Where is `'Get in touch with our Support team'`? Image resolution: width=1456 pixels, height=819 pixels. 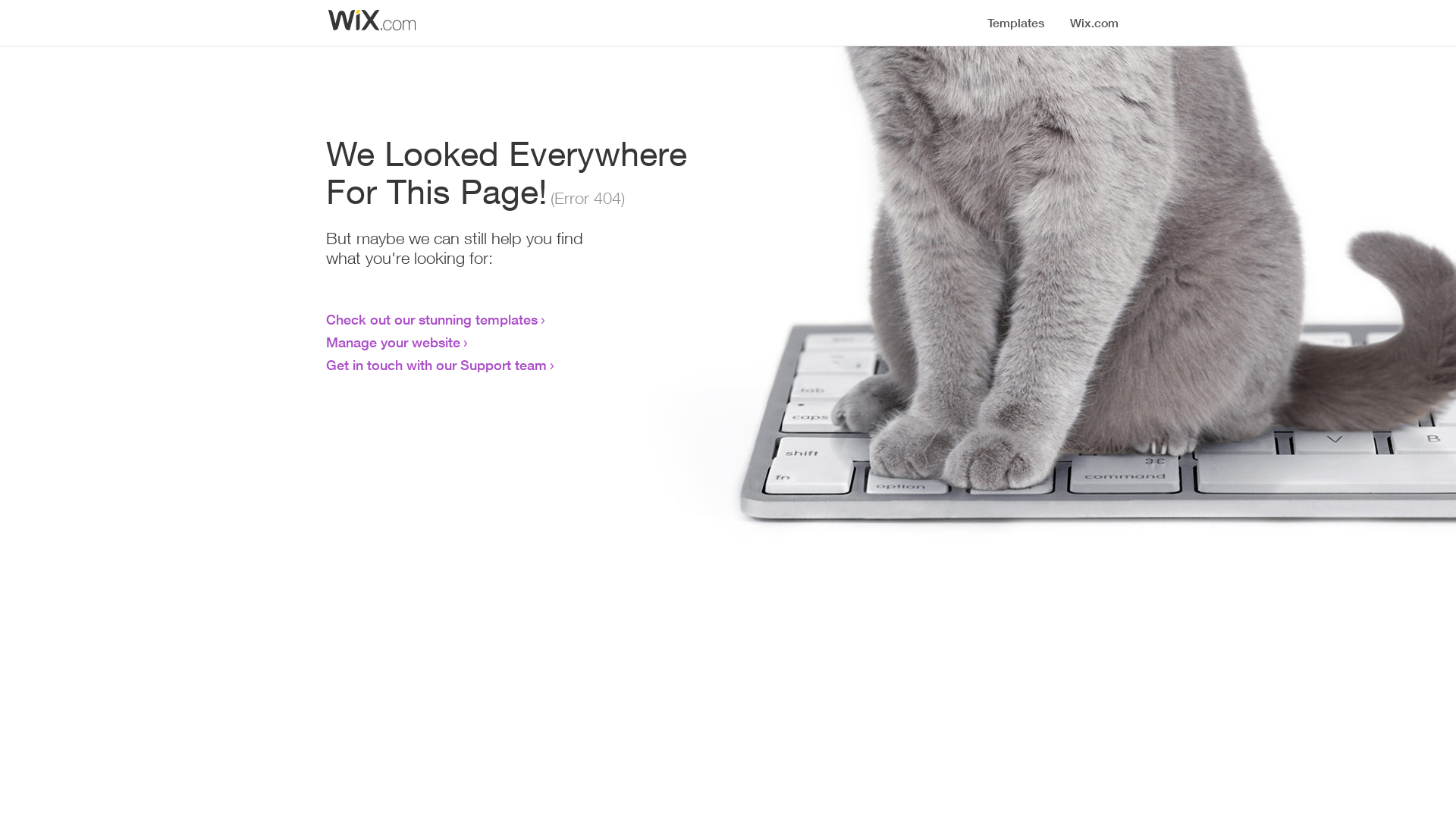
'Get in touch with our Support team' is located at coordinates (325, 365).